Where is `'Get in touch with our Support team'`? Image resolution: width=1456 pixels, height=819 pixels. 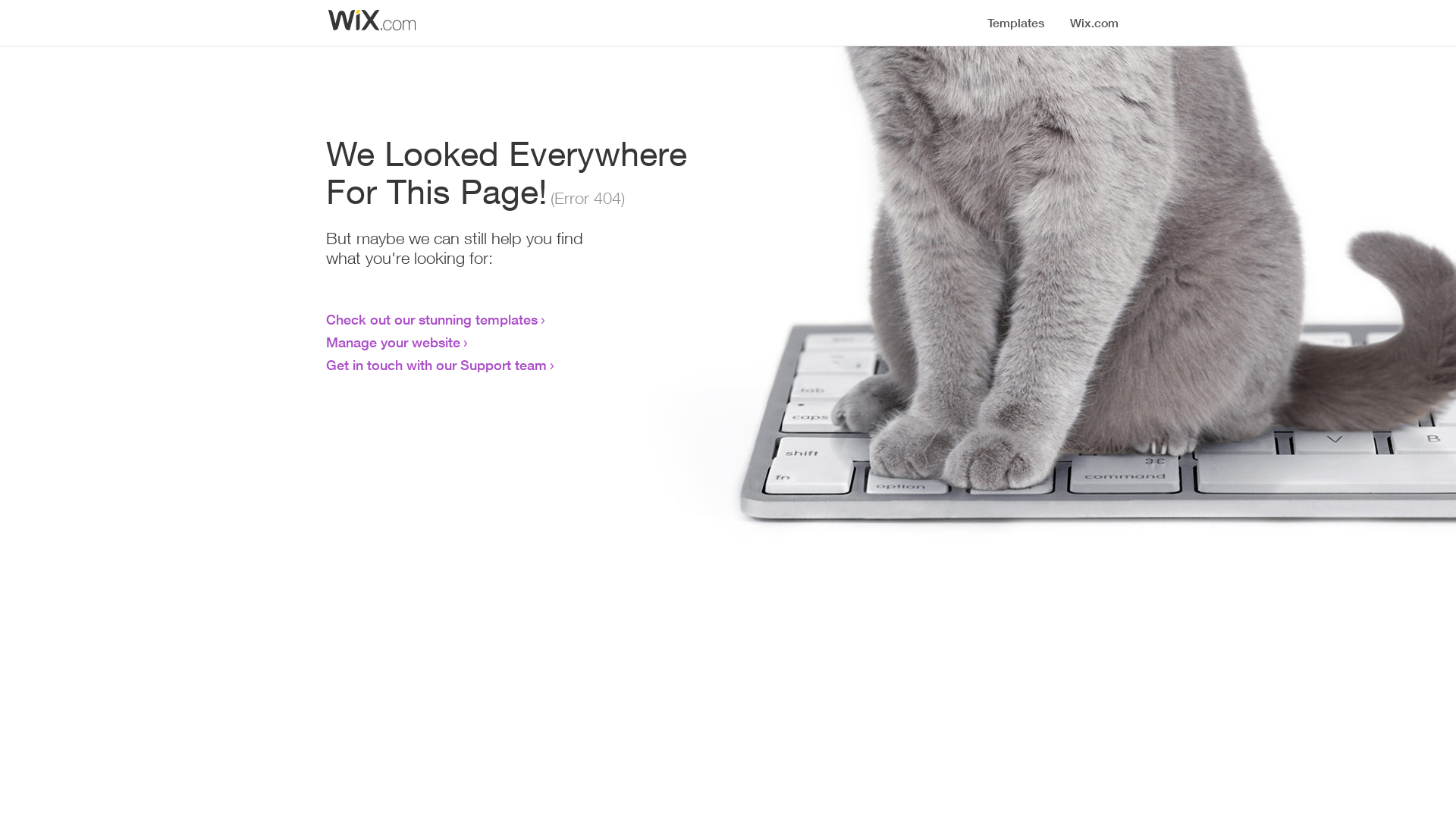
'Get in touch with our Support team' is located at coordinates (325, 365).